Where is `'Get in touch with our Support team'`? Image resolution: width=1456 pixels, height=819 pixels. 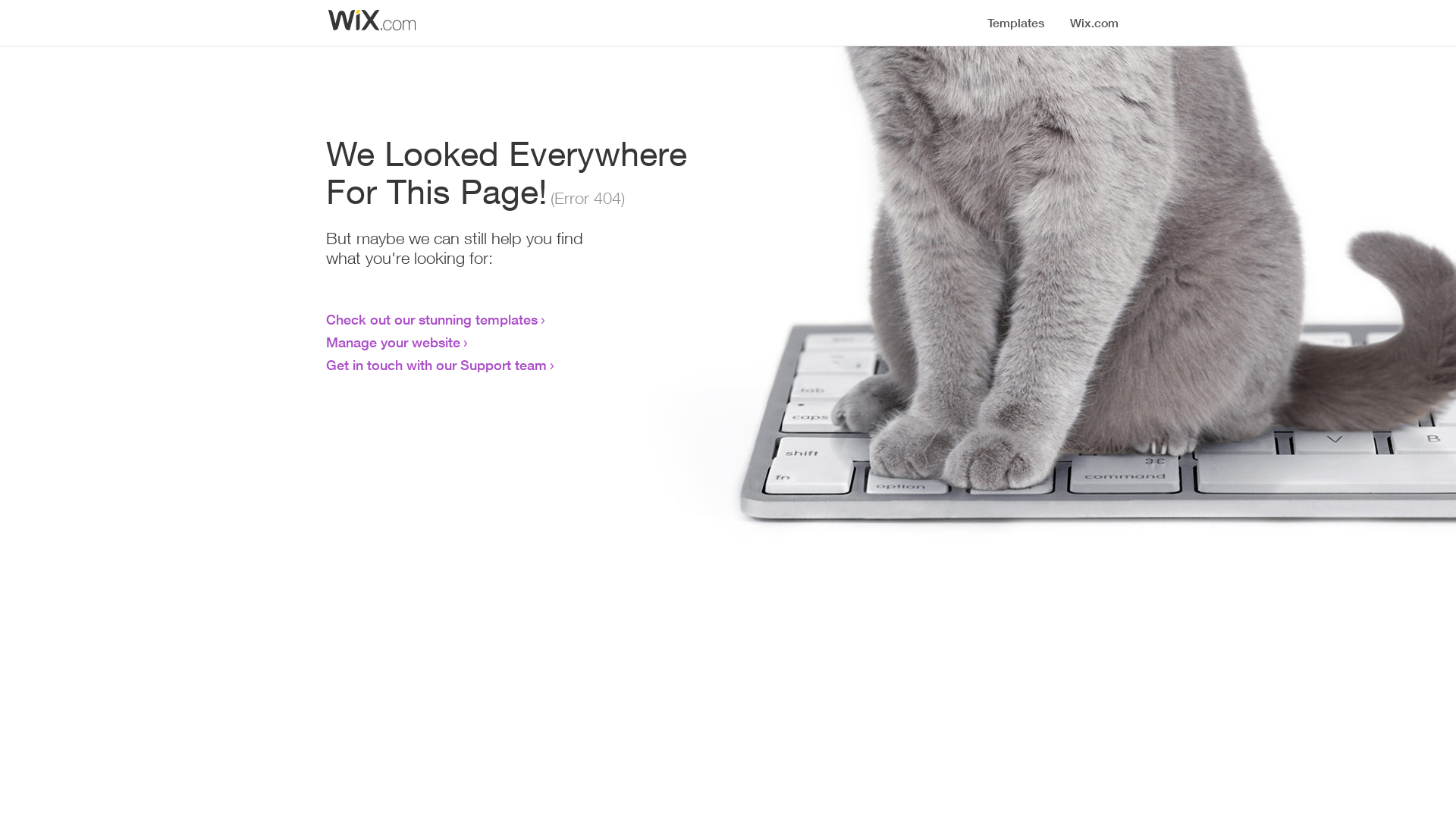
'Get in touch with our Support team' is located at coordinates (325, 365).